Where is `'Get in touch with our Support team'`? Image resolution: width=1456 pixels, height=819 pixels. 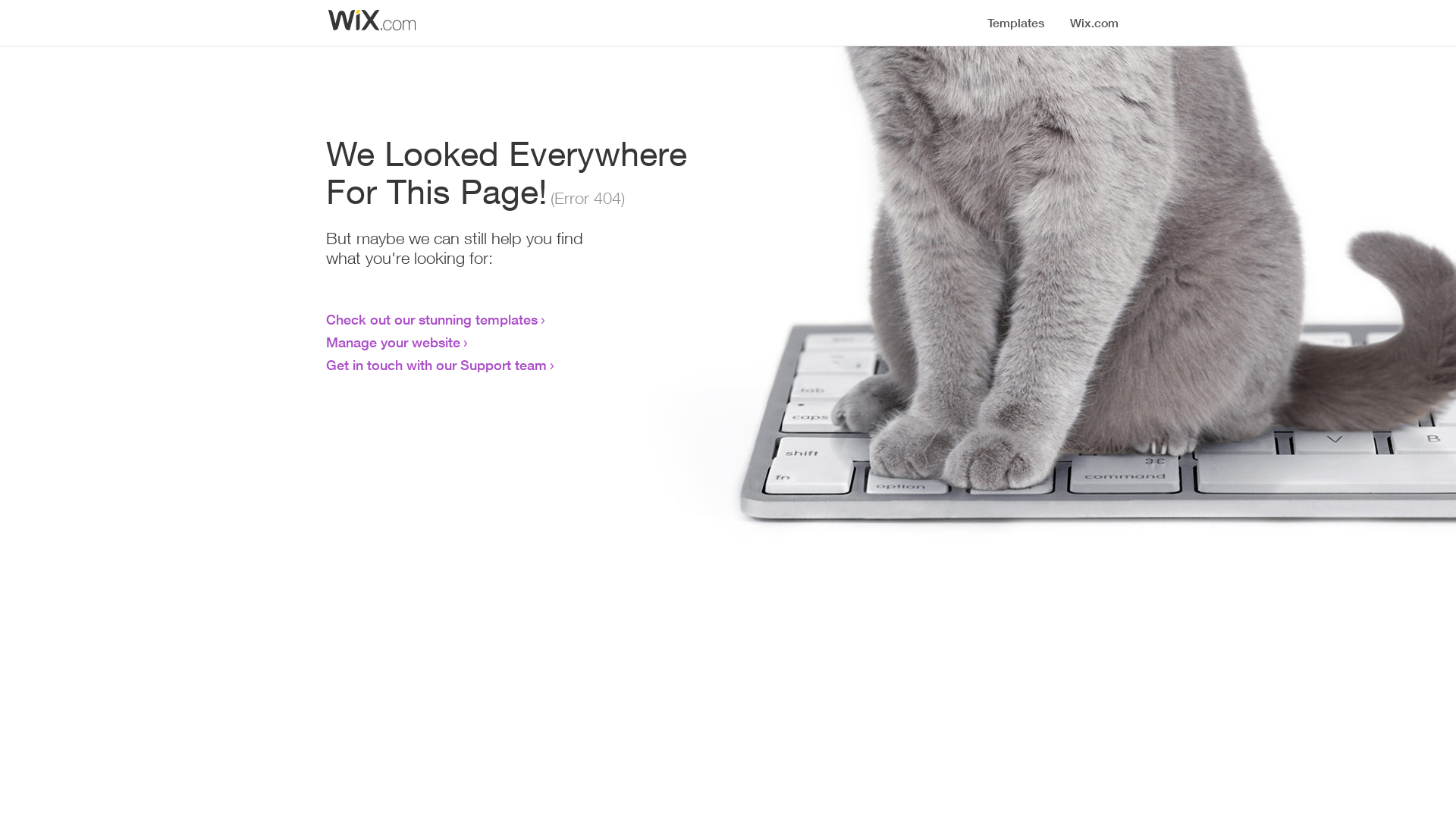
'Get in touch with our Support team' is located at coordinates (325, 365).